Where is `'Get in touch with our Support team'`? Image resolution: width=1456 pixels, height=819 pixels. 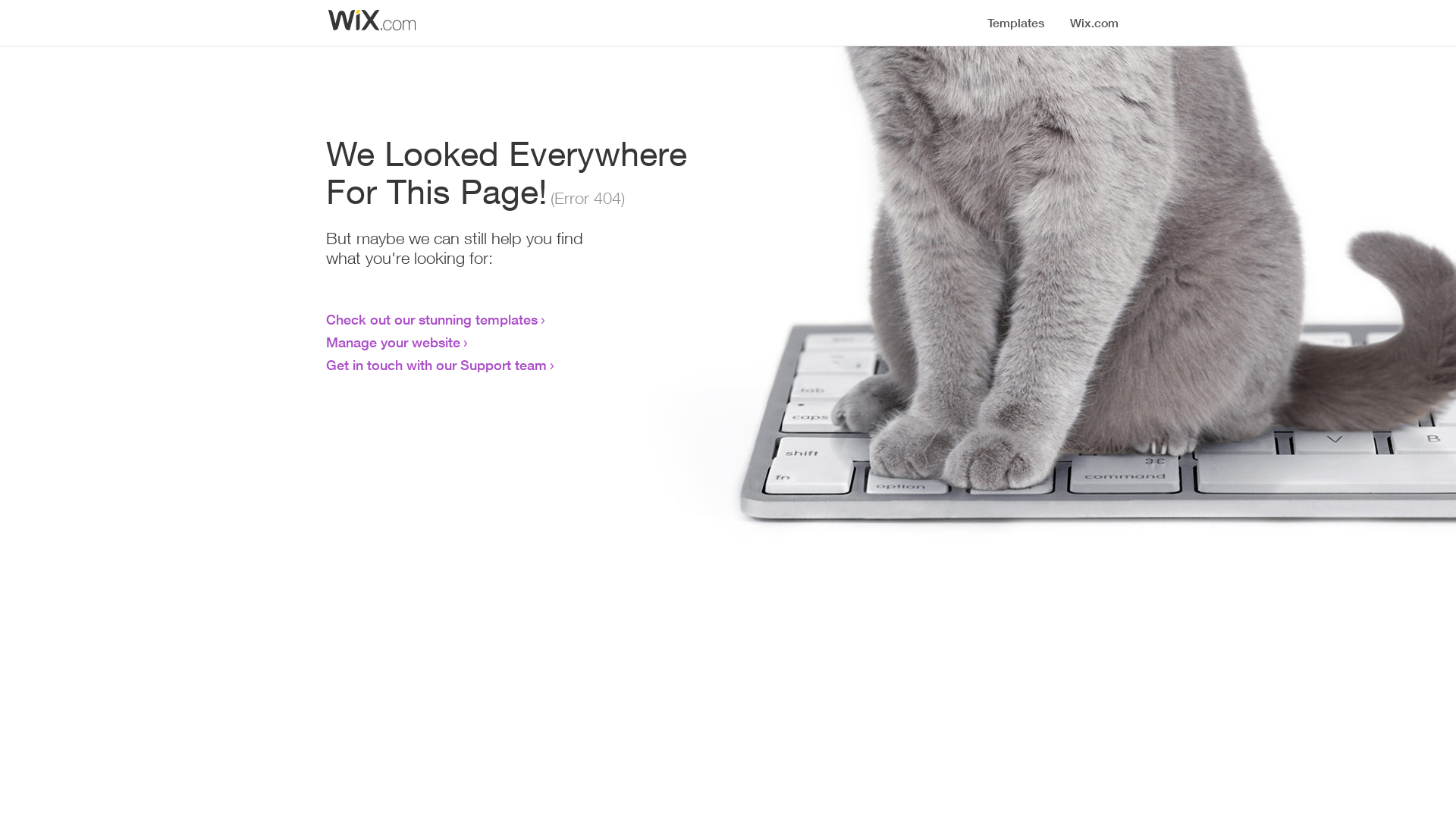
'Get in touch with our Support team' is located at coordinates (325, 365).